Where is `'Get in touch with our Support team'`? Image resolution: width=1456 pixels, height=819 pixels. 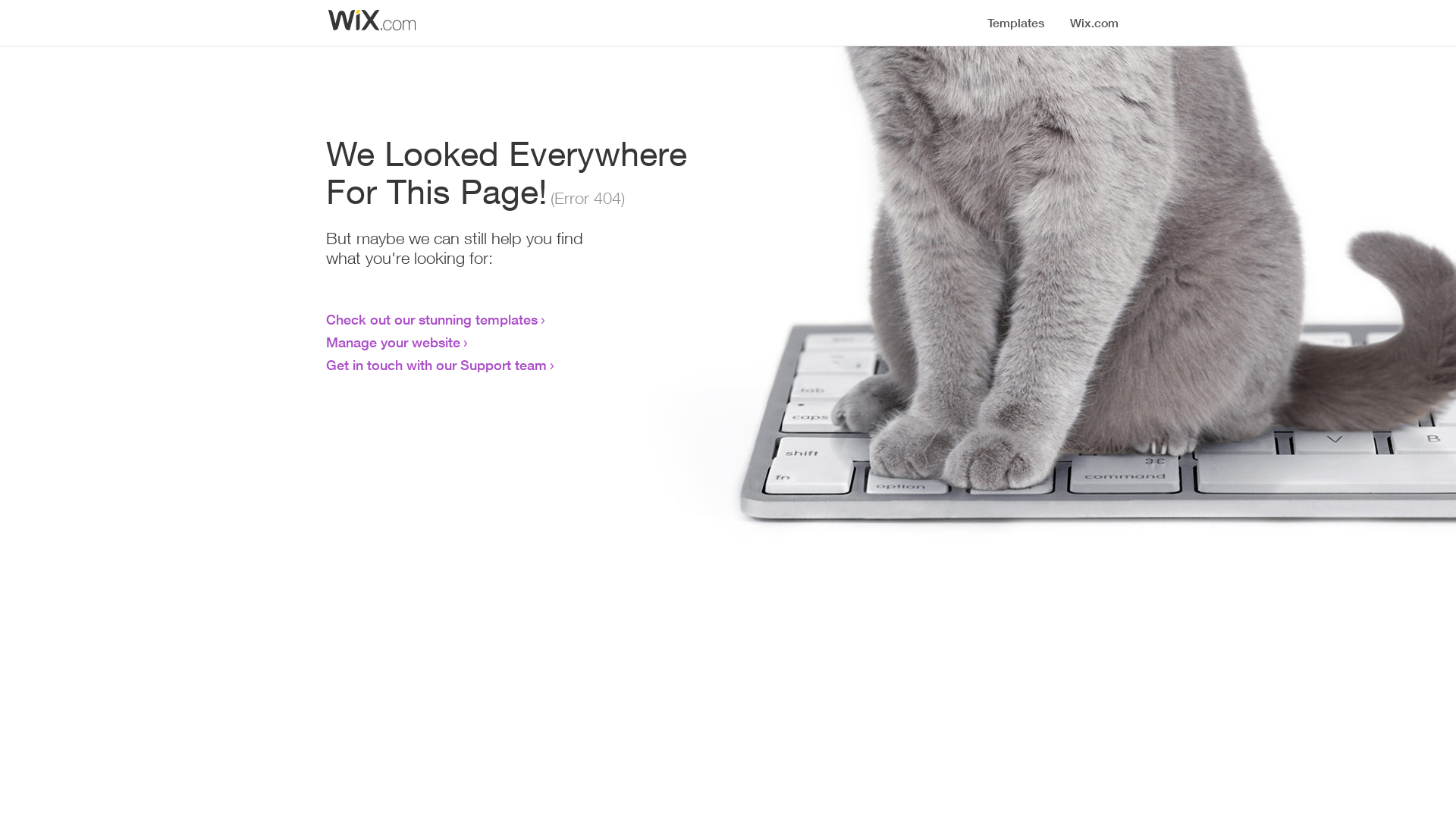
'Get in touch with our Support team' is located at coordinates (325, 365).